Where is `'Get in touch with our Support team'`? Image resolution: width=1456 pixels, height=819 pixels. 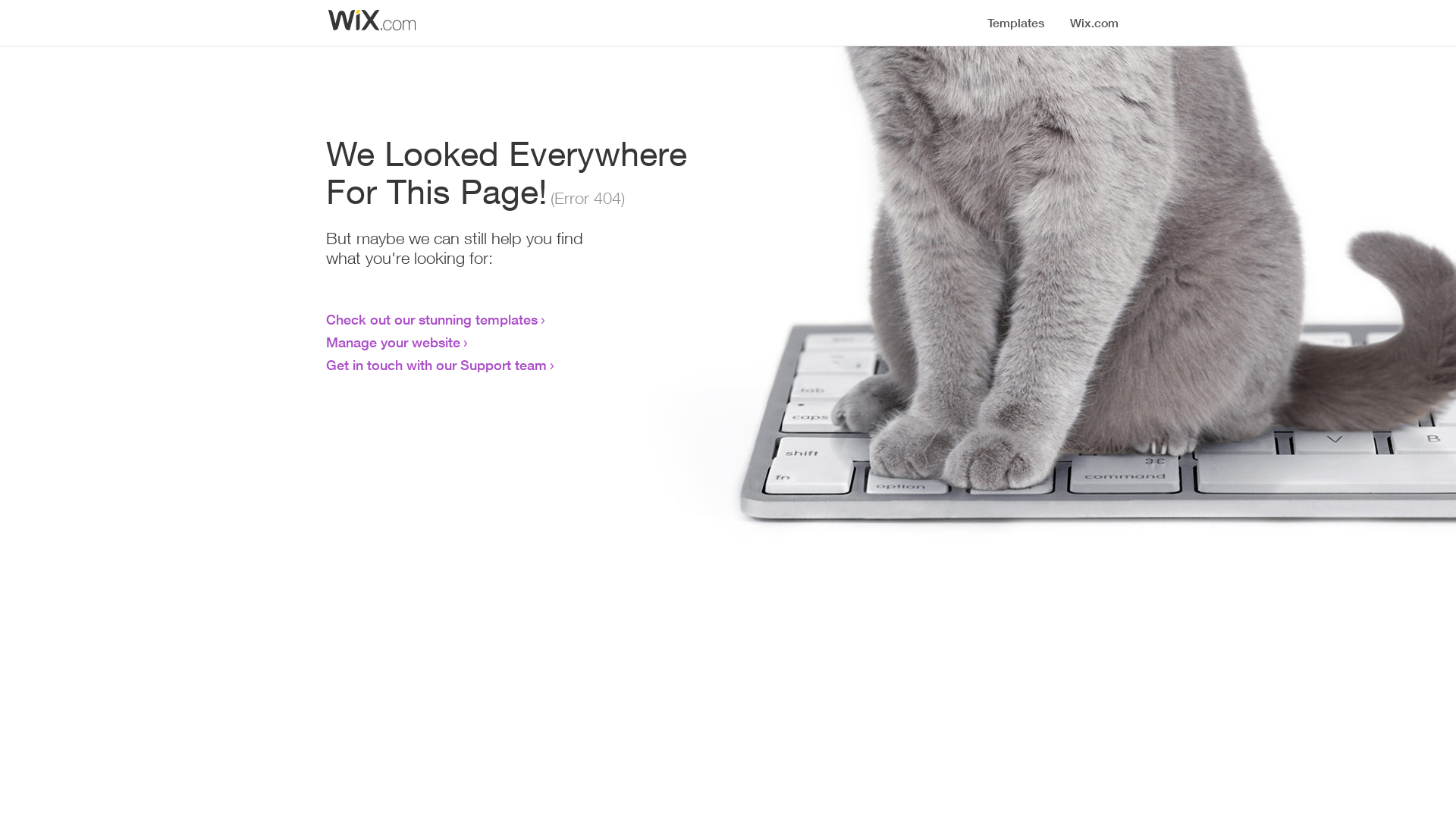
'Get in touch with our Support team' is located at coordinates (325, 365).